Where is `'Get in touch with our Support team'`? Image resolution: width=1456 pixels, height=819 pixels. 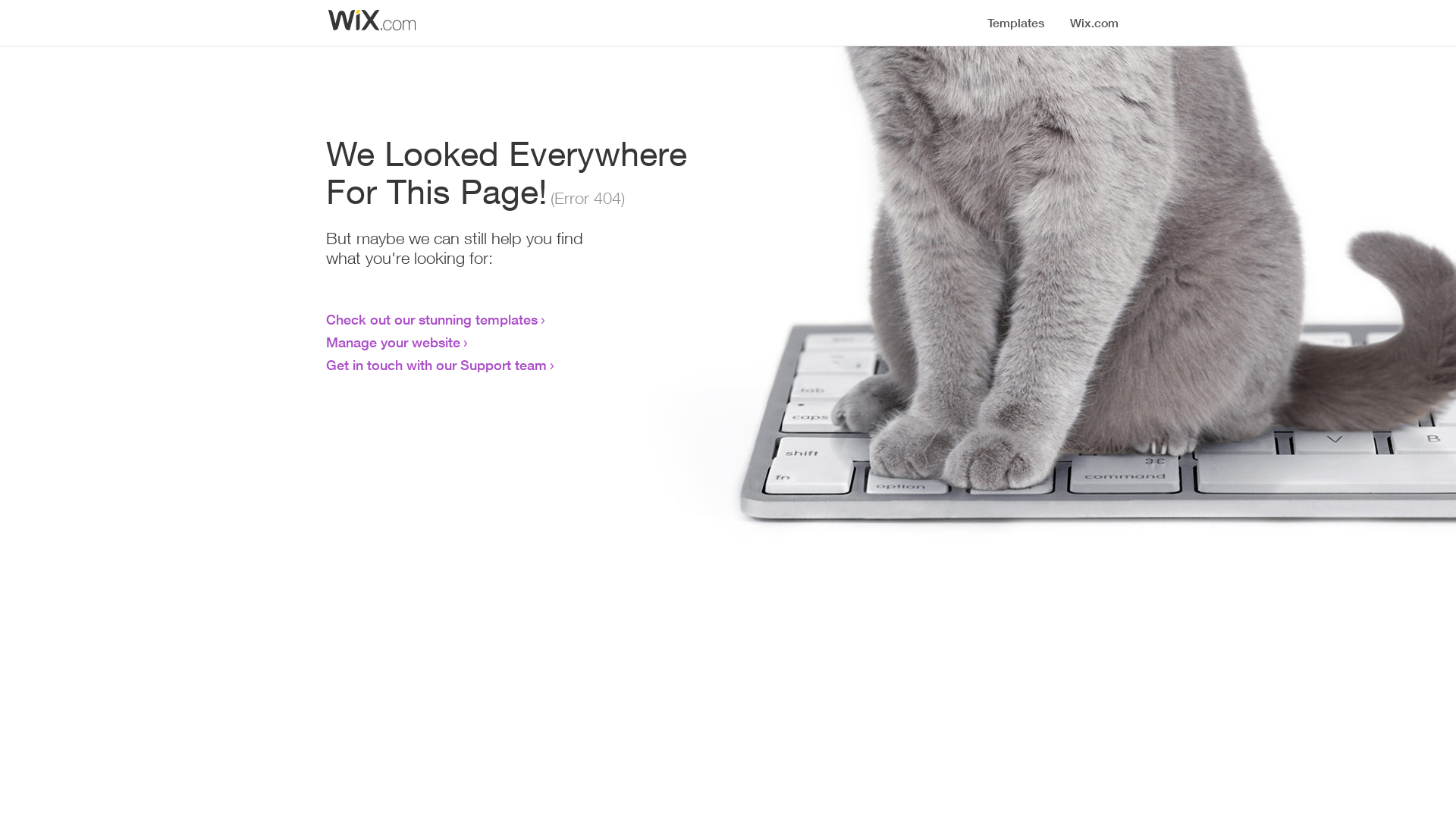
'Get in touch with our Support team' is located at coordinates (325, 365).